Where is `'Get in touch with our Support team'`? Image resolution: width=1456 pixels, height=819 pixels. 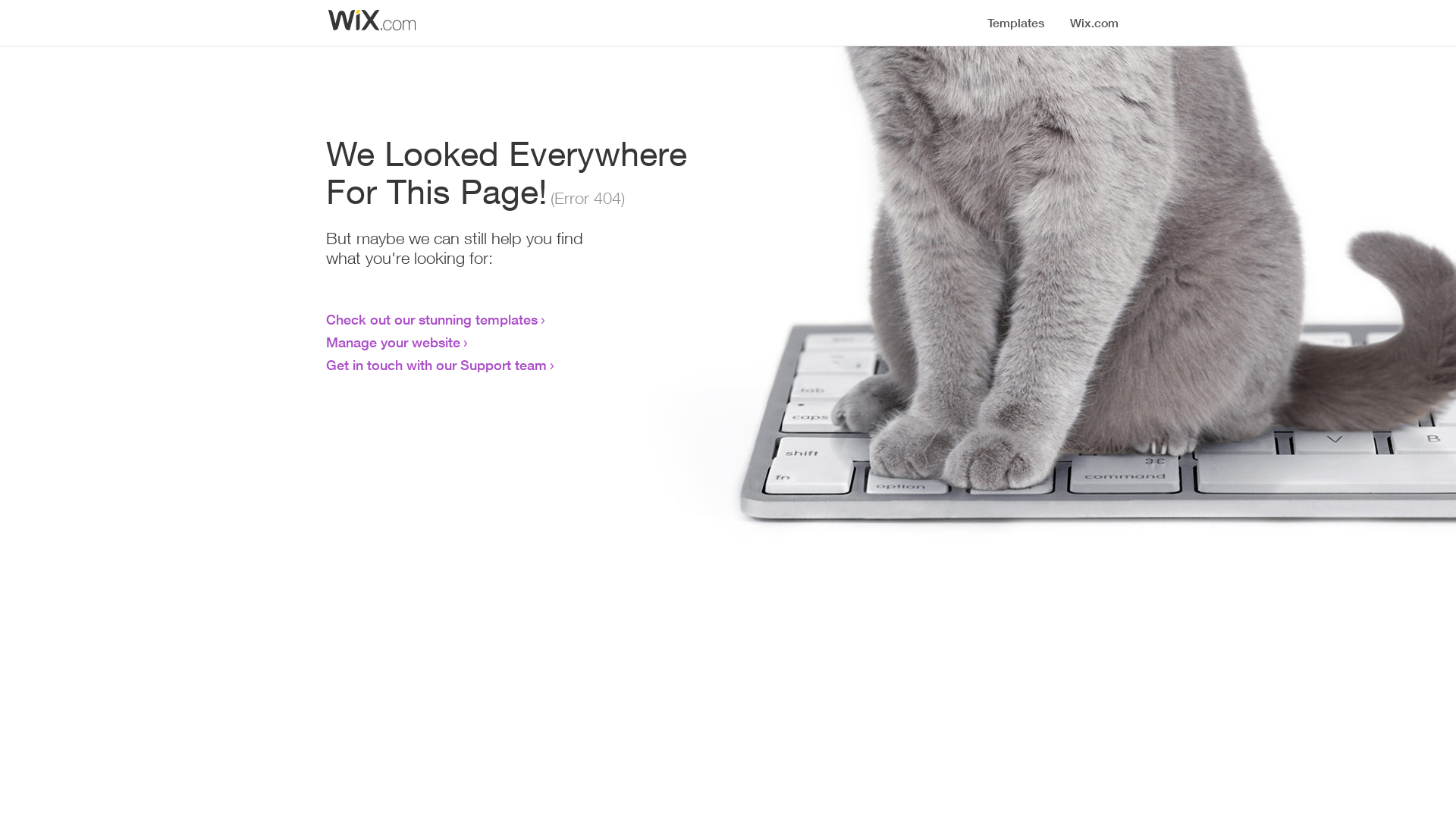
'Get in touch with our Support team' is located at coordinates (325, 365).